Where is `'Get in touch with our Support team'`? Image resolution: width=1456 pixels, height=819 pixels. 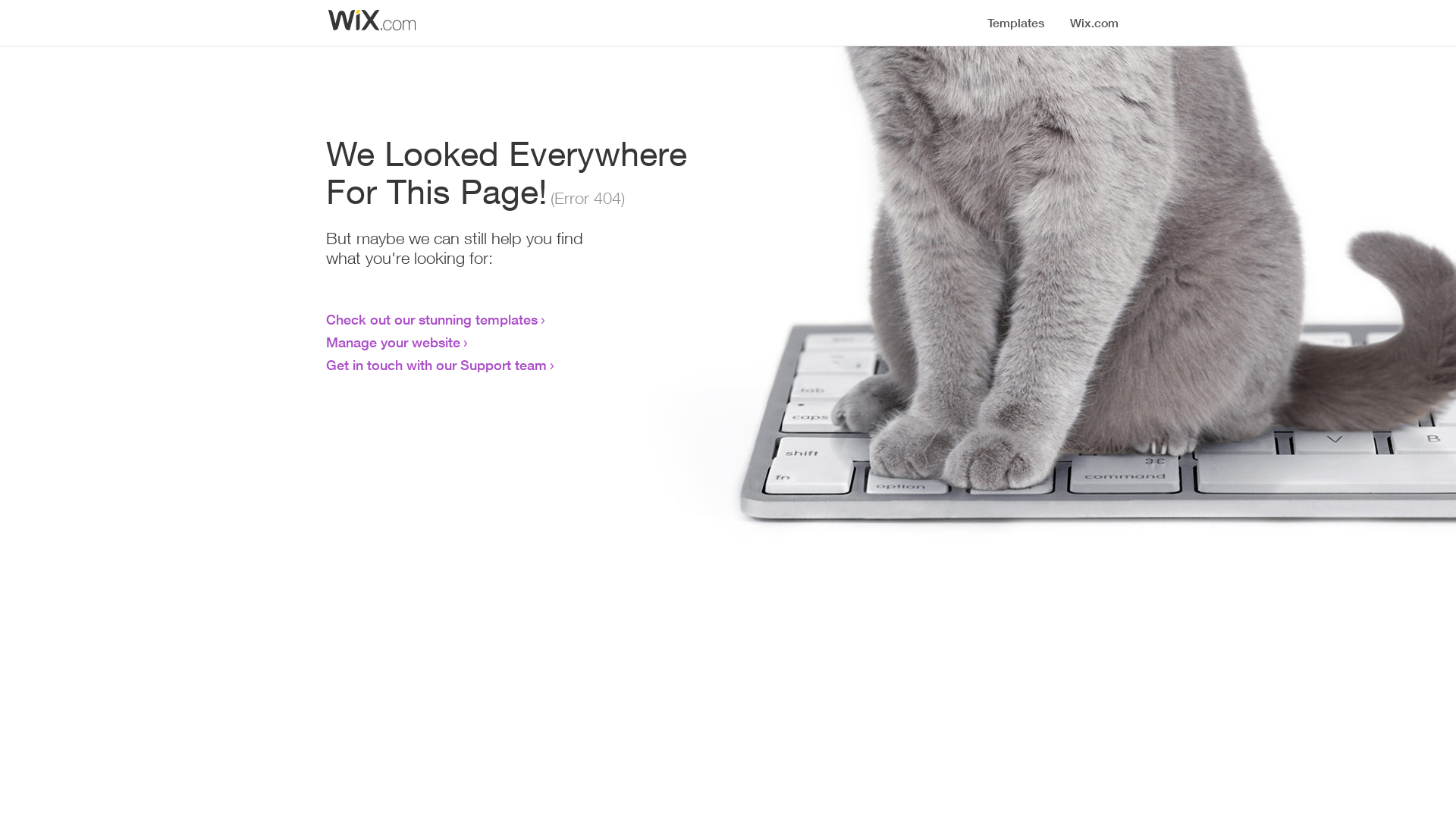
'Get in touch with our Support team' is located at coordinates (325, 365).